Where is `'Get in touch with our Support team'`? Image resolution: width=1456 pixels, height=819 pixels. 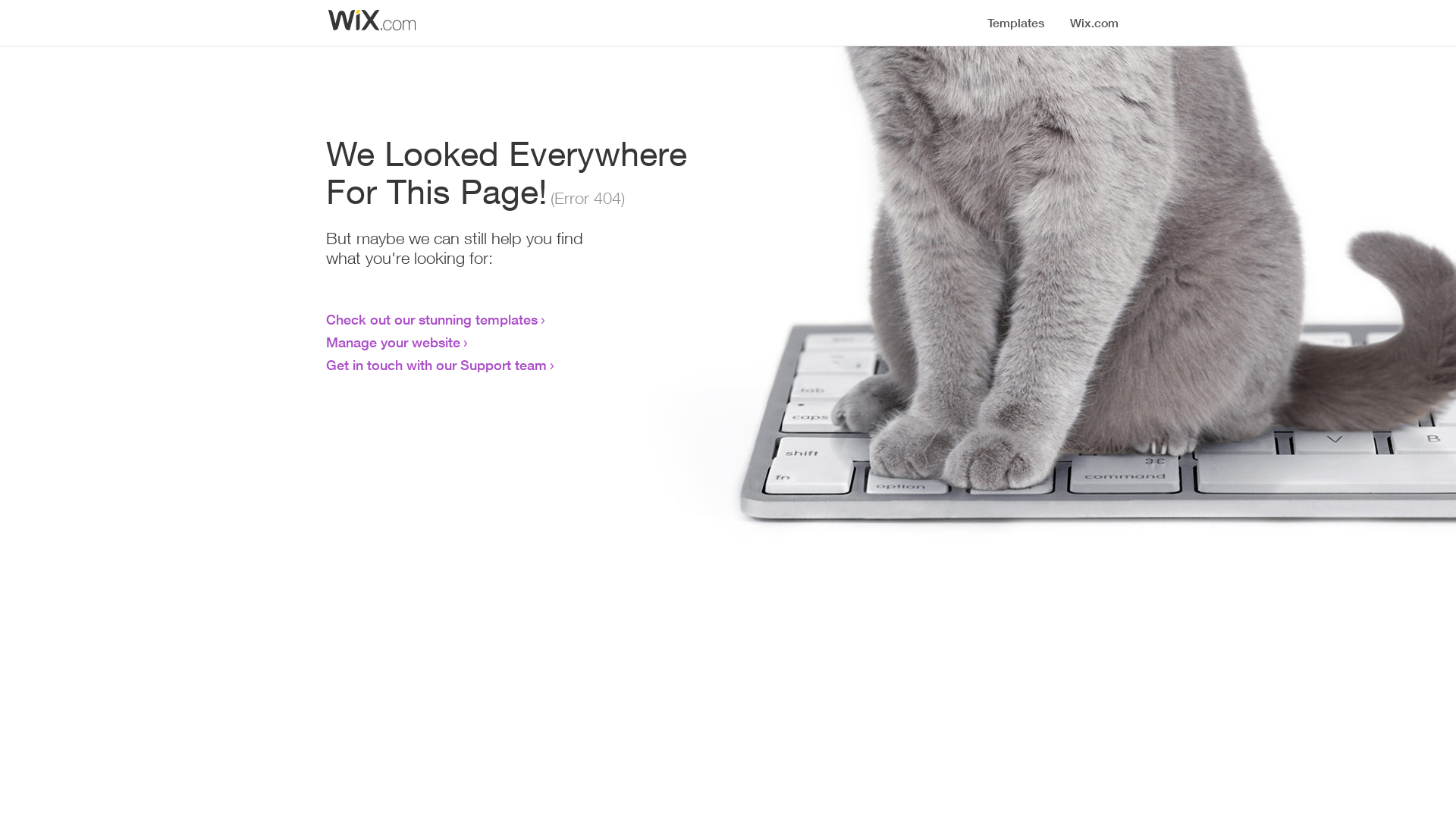
'Get in touch with our Support team' is located at coordinates (325, 365).